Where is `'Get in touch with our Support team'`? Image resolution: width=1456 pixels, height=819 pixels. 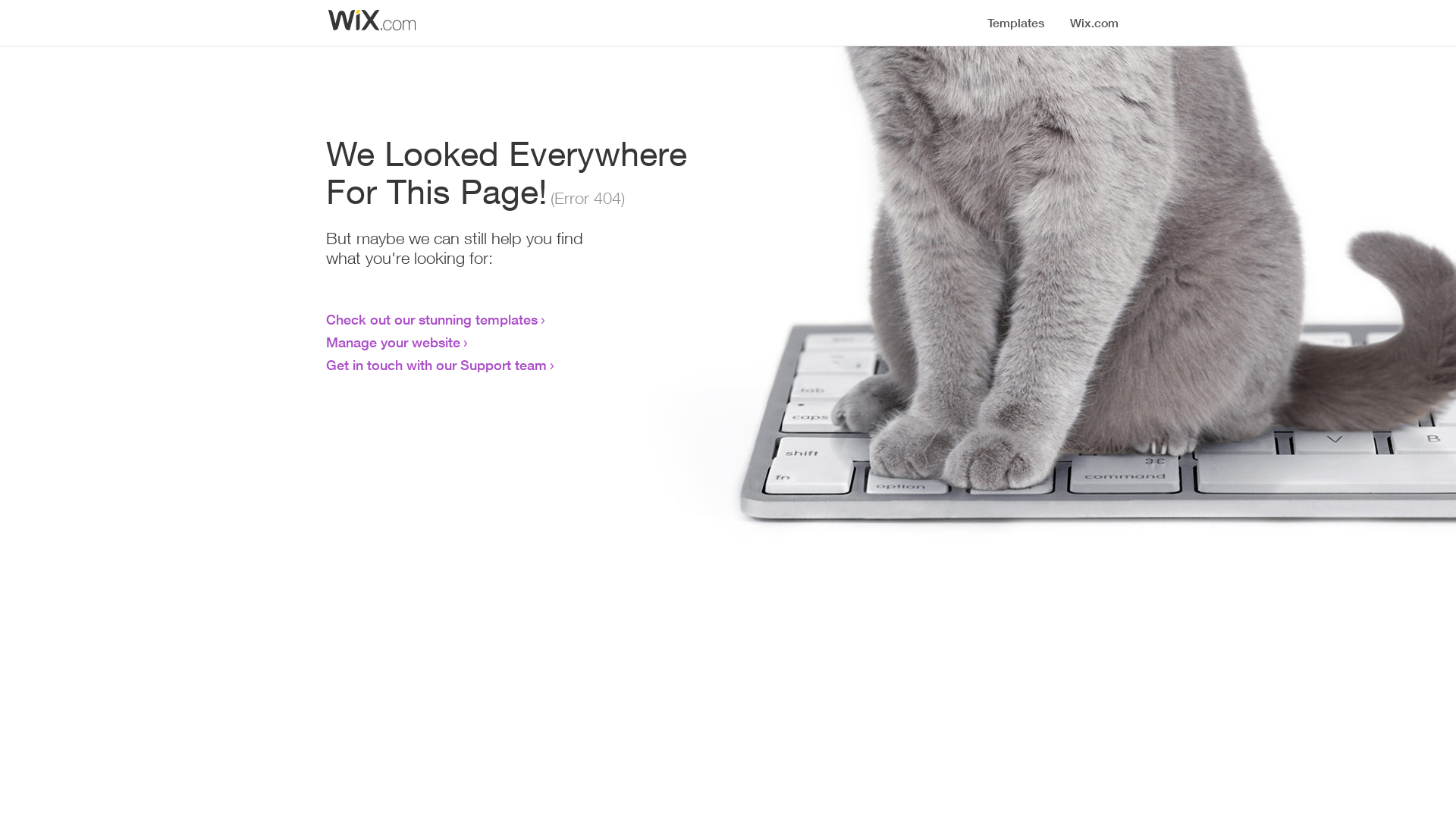
'Get in touch with our Support team' is located at coordinates (325, 365).